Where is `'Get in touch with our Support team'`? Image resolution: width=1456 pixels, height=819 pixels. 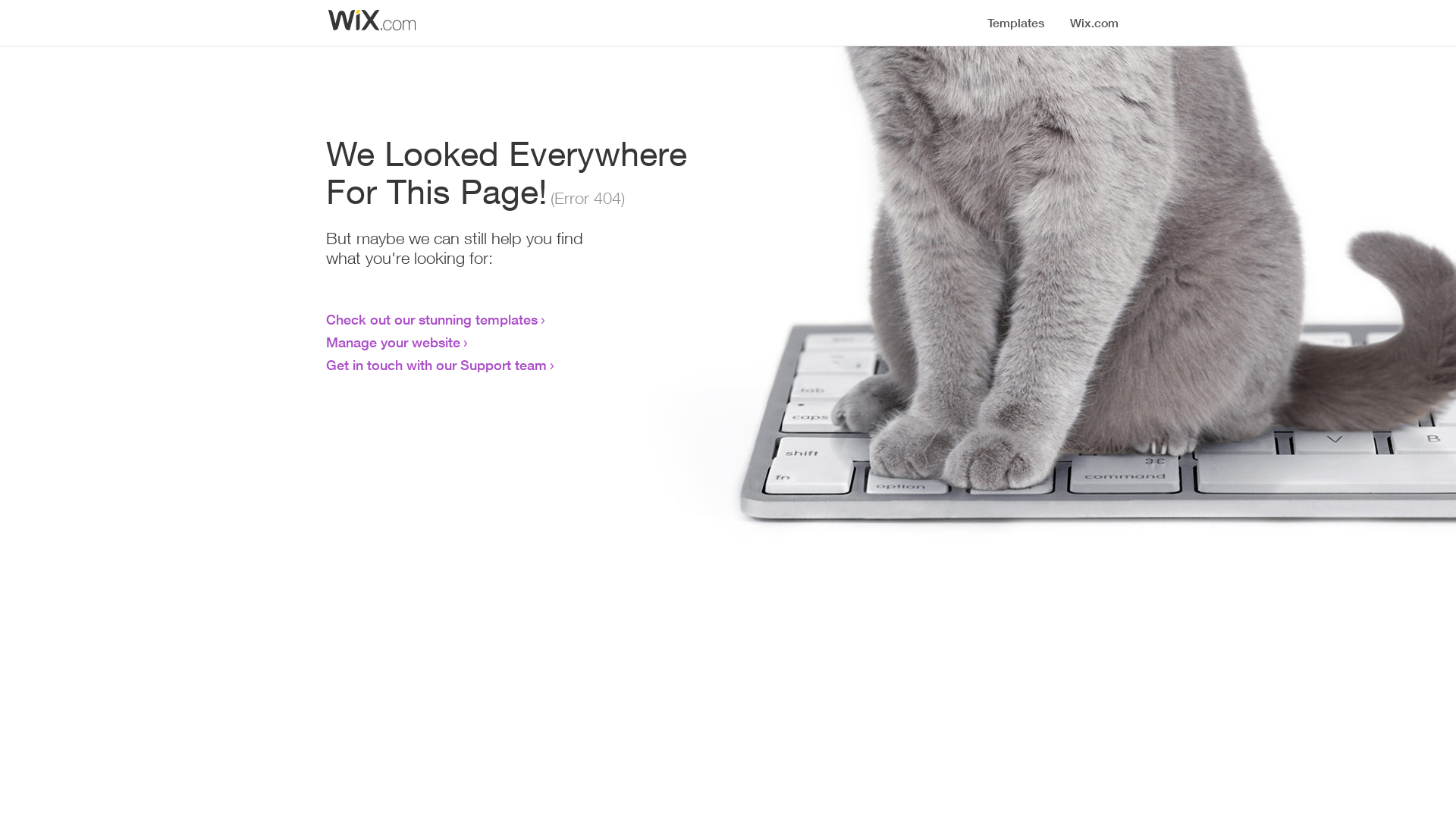
'Get in touch with our Support team' is located at coordinates (325, 365).